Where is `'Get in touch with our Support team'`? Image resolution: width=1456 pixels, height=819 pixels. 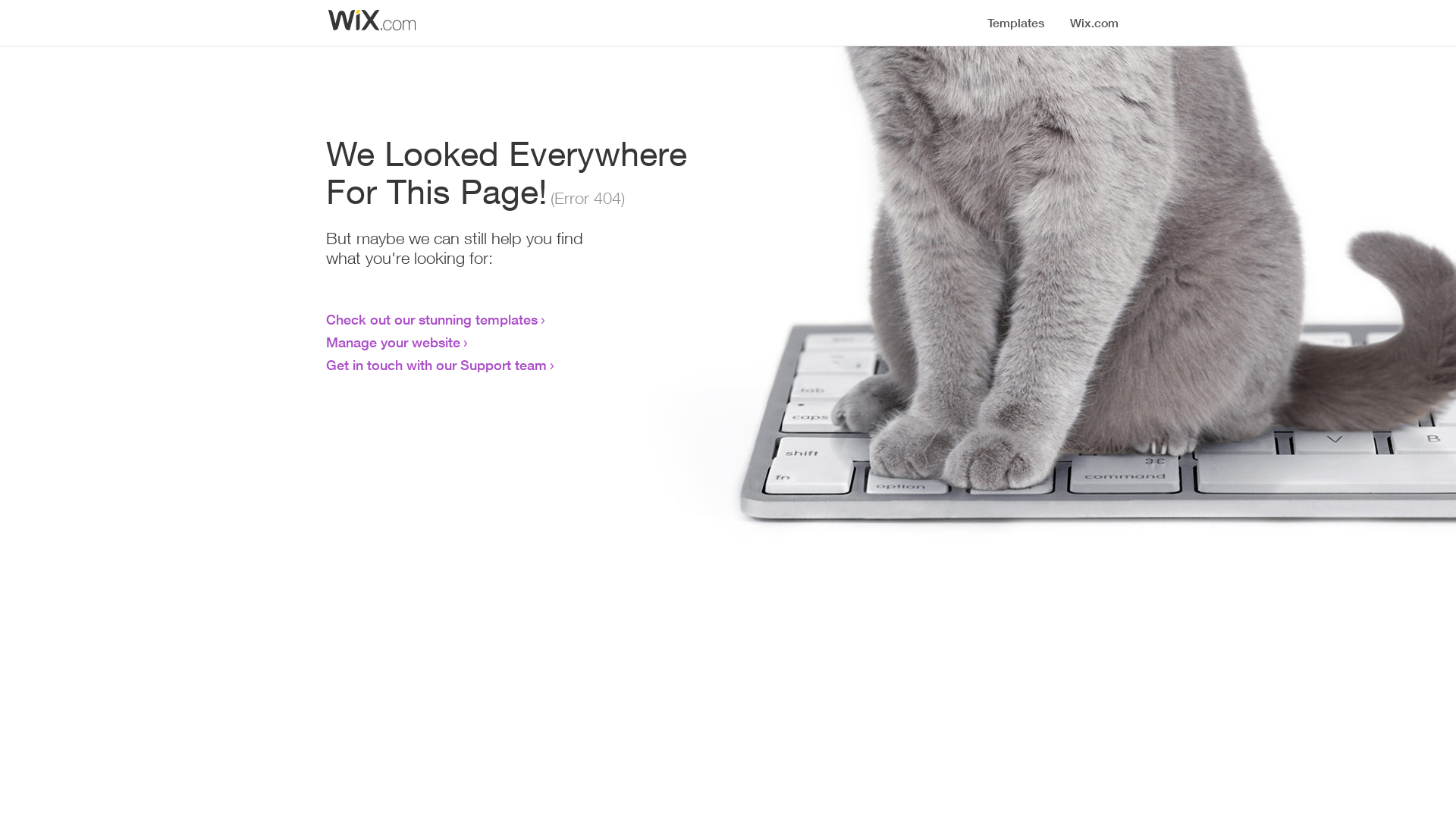
'Get in touch with our Support team' is located at coordinates (325, 365).